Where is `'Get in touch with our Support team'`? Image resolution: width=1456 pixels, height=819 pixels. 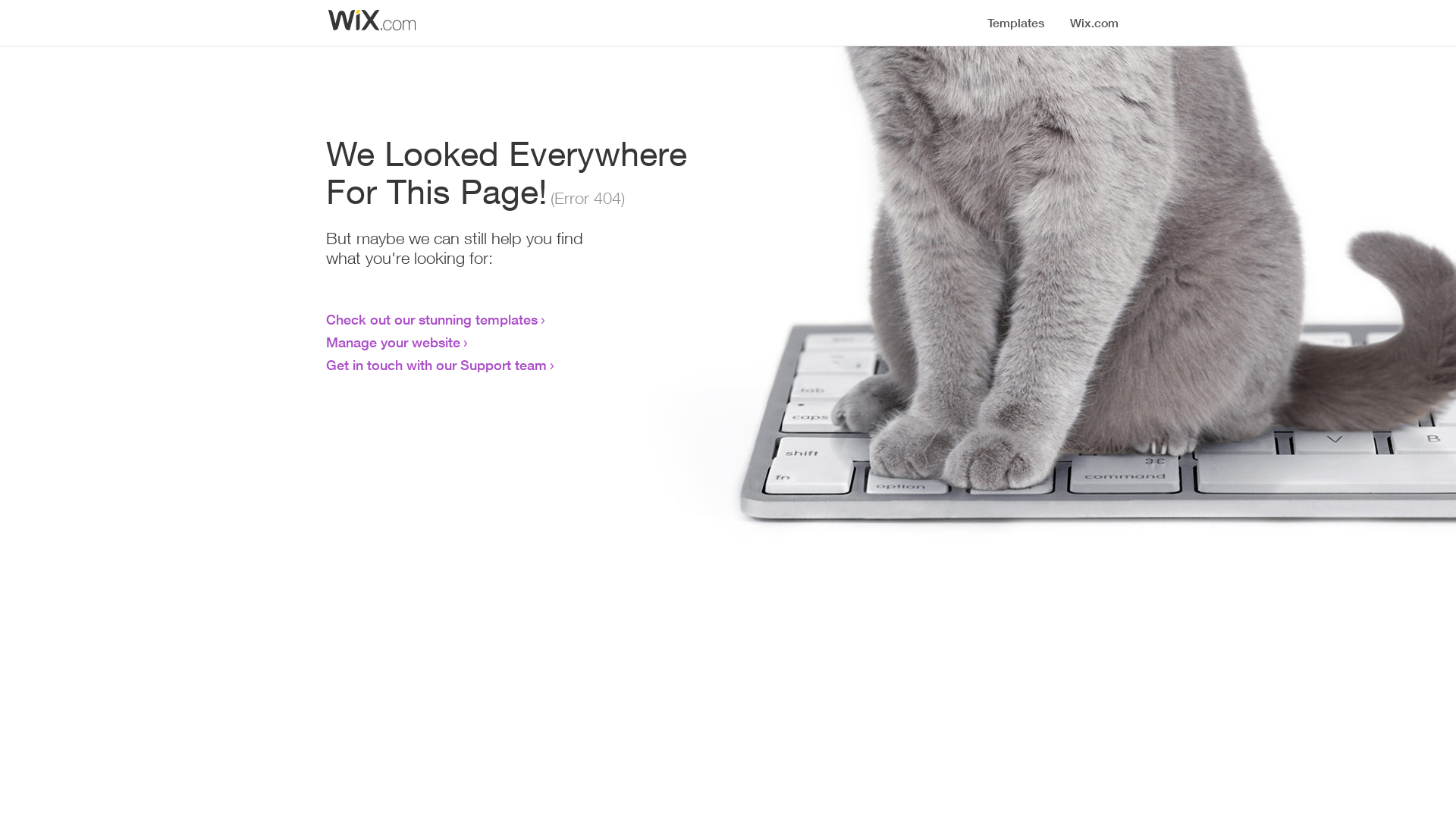
'Get in touch with our Support team' is located at coordinates (325, 365).